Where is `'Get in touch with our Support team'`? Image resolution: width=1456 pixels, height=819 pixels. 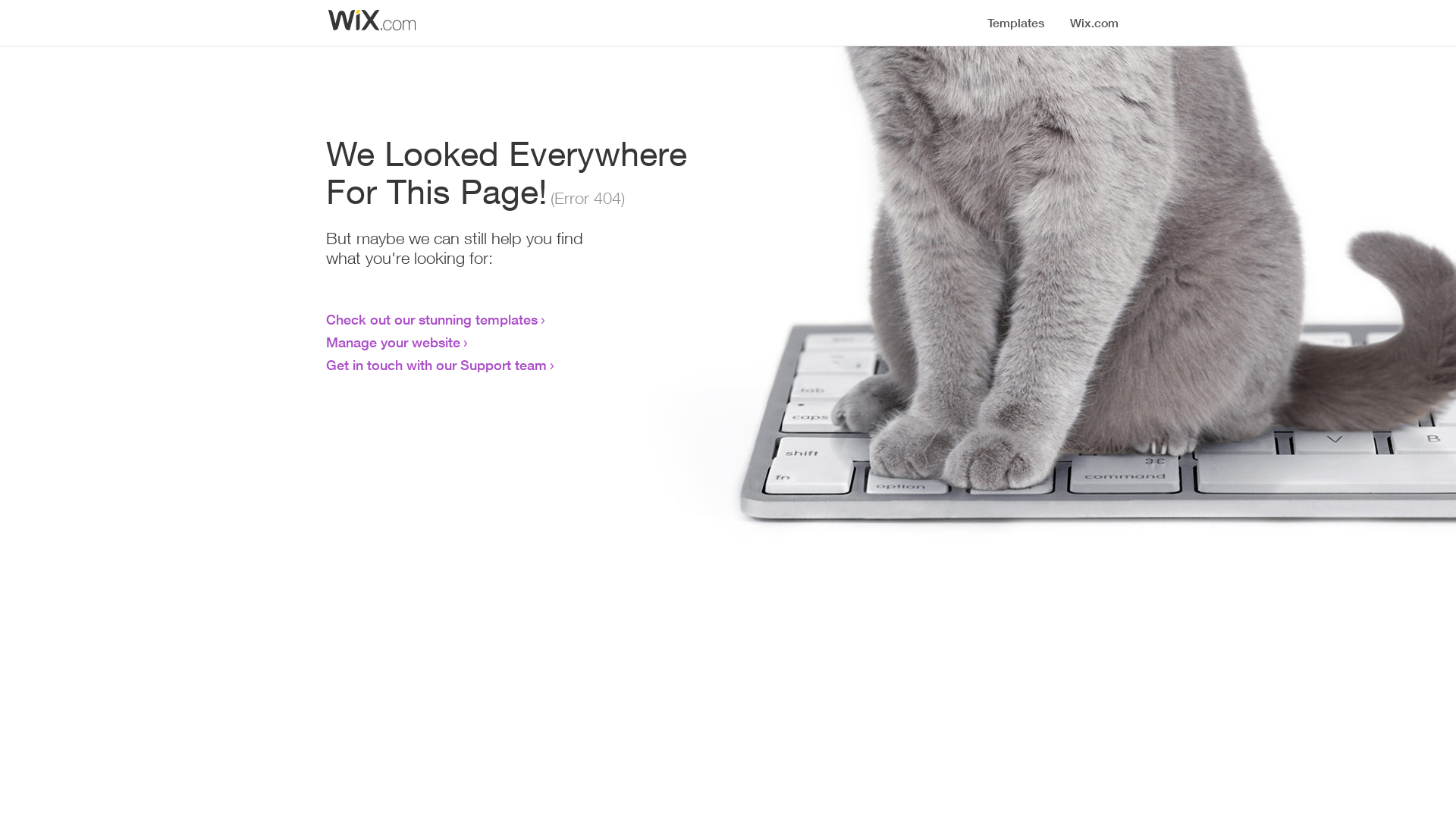
'Get in touch with our Support team' is located at coordinates (325, 365).